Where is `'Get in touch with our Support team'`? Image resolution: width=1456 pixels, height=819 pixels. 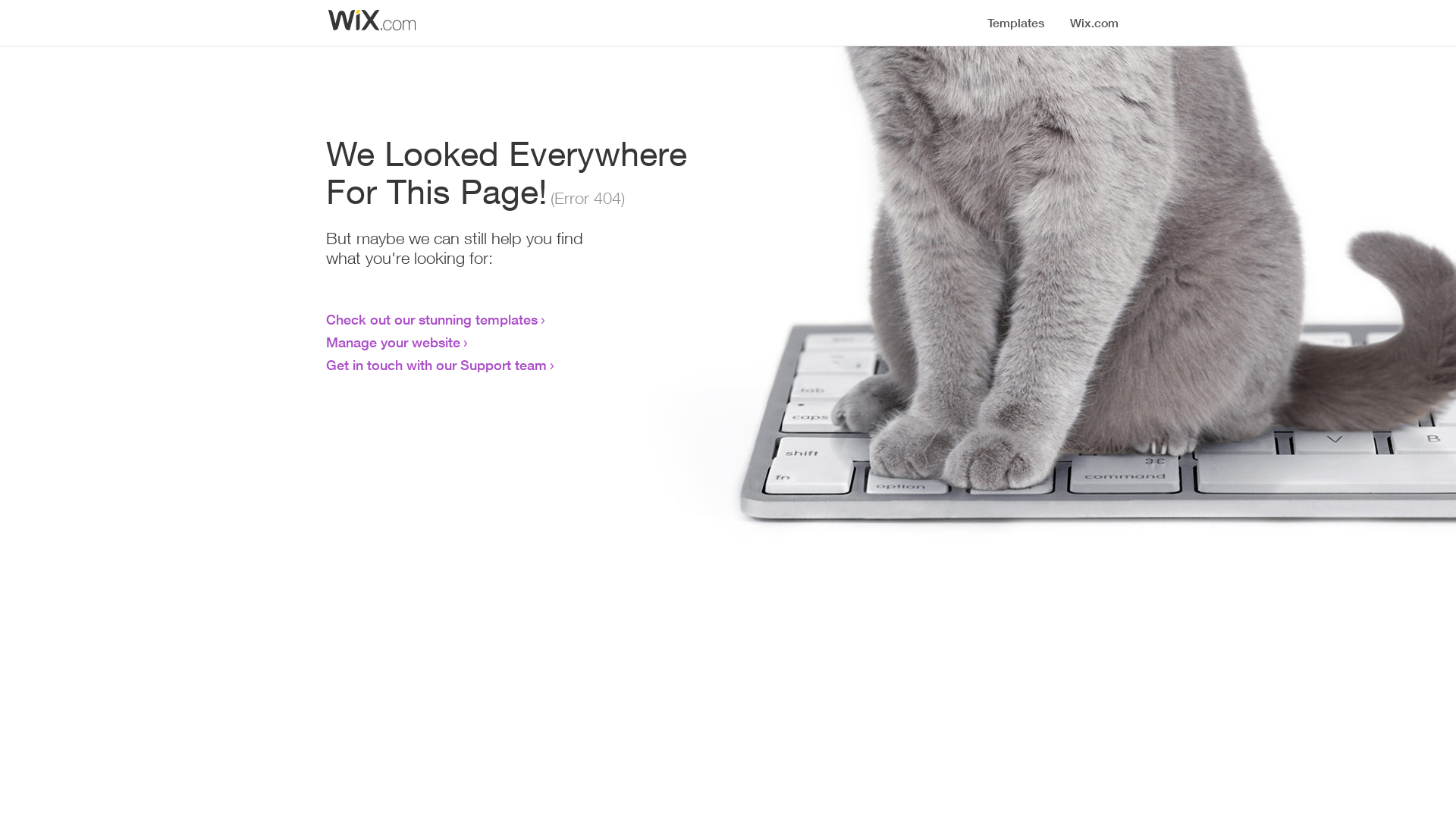
'Get in touch with our Support team' is located at coordinates (325, 365).